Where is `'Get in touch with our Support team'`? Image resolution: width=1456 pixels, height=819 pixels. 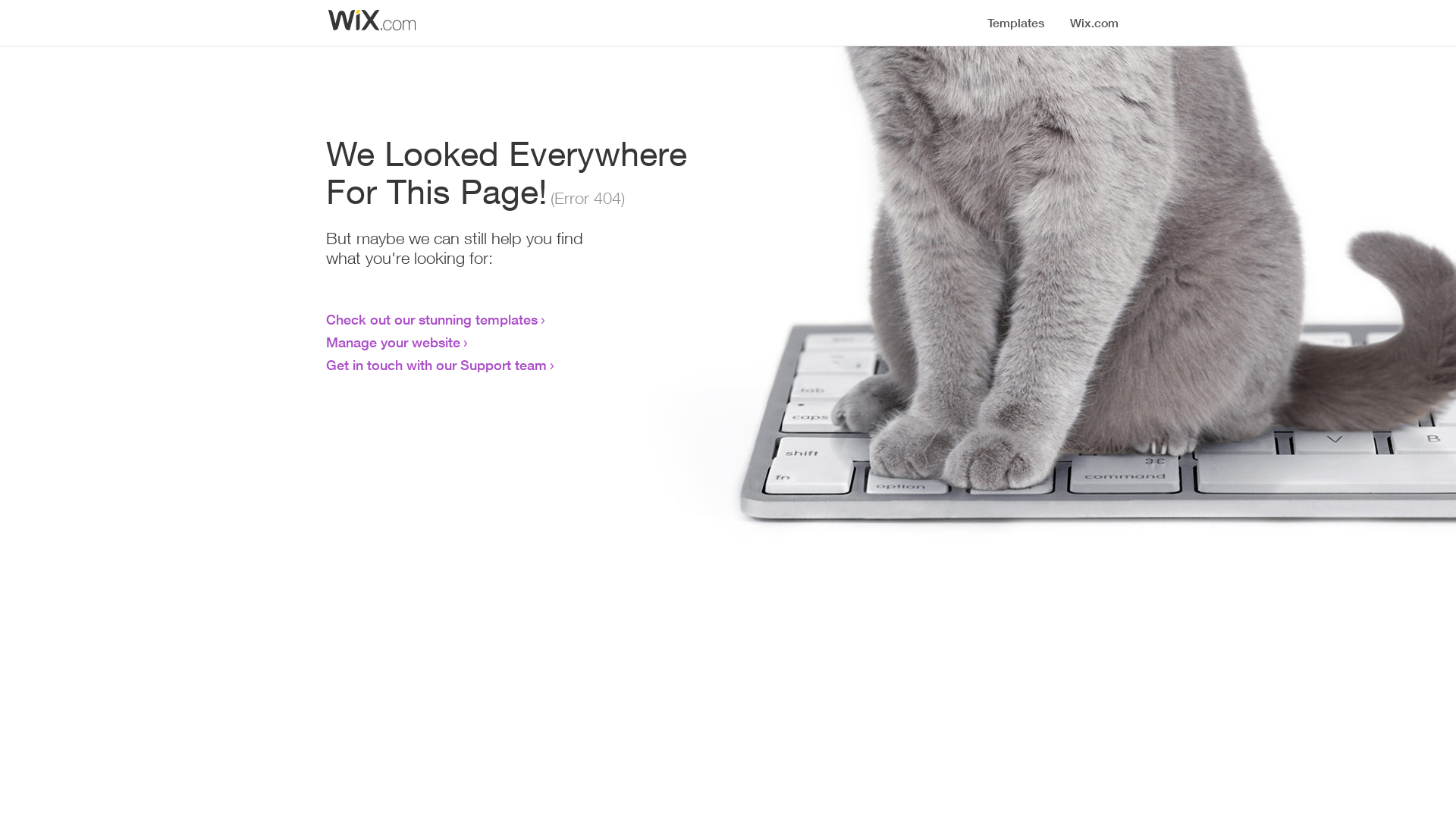
'Get in touch with our Support team' is located at coordinates (325, 365).